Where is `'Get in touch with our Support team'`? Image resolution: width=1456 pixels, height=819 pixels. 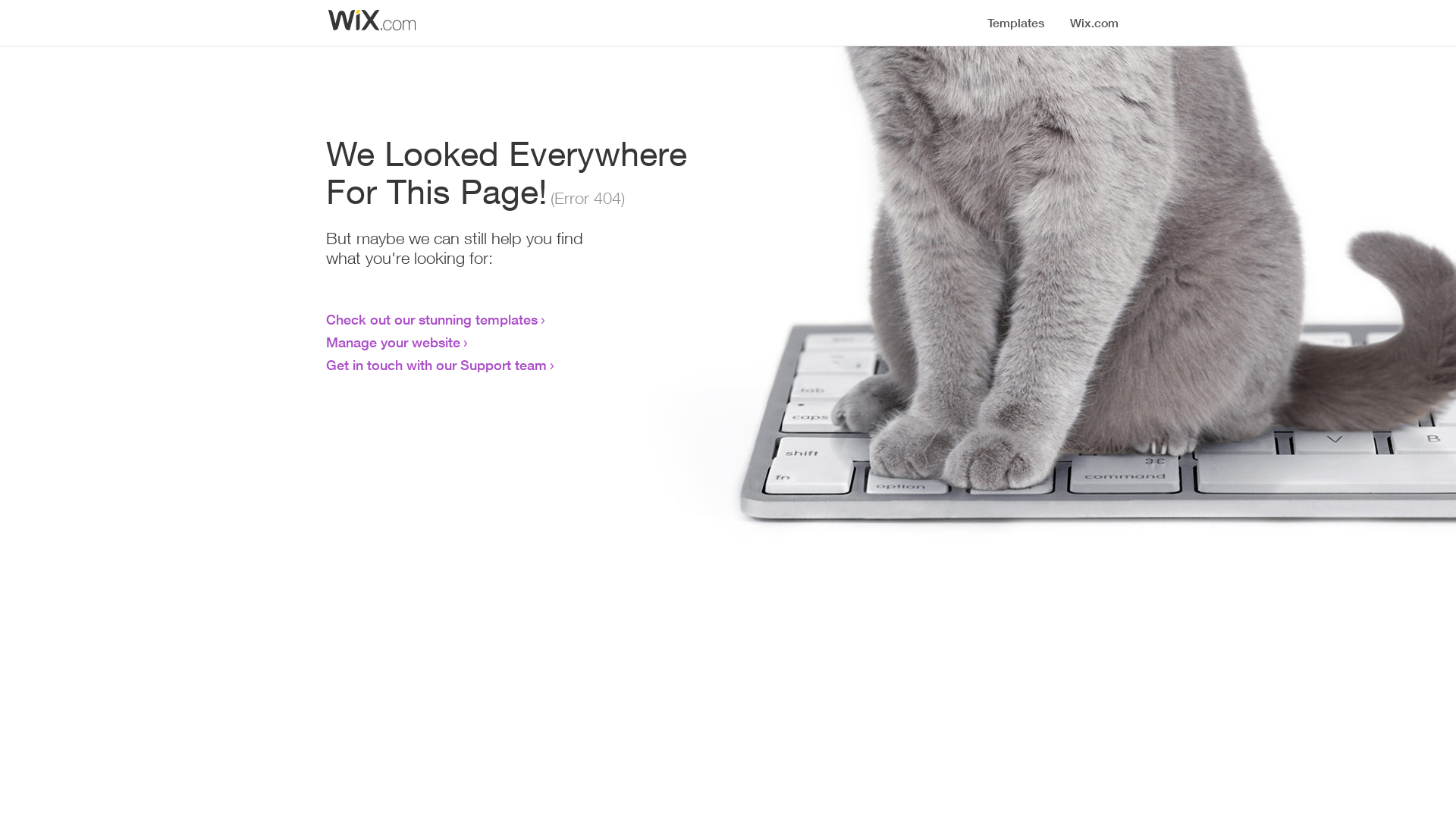
'Get in touch with our Support team' is located at coordinates (325, 365).